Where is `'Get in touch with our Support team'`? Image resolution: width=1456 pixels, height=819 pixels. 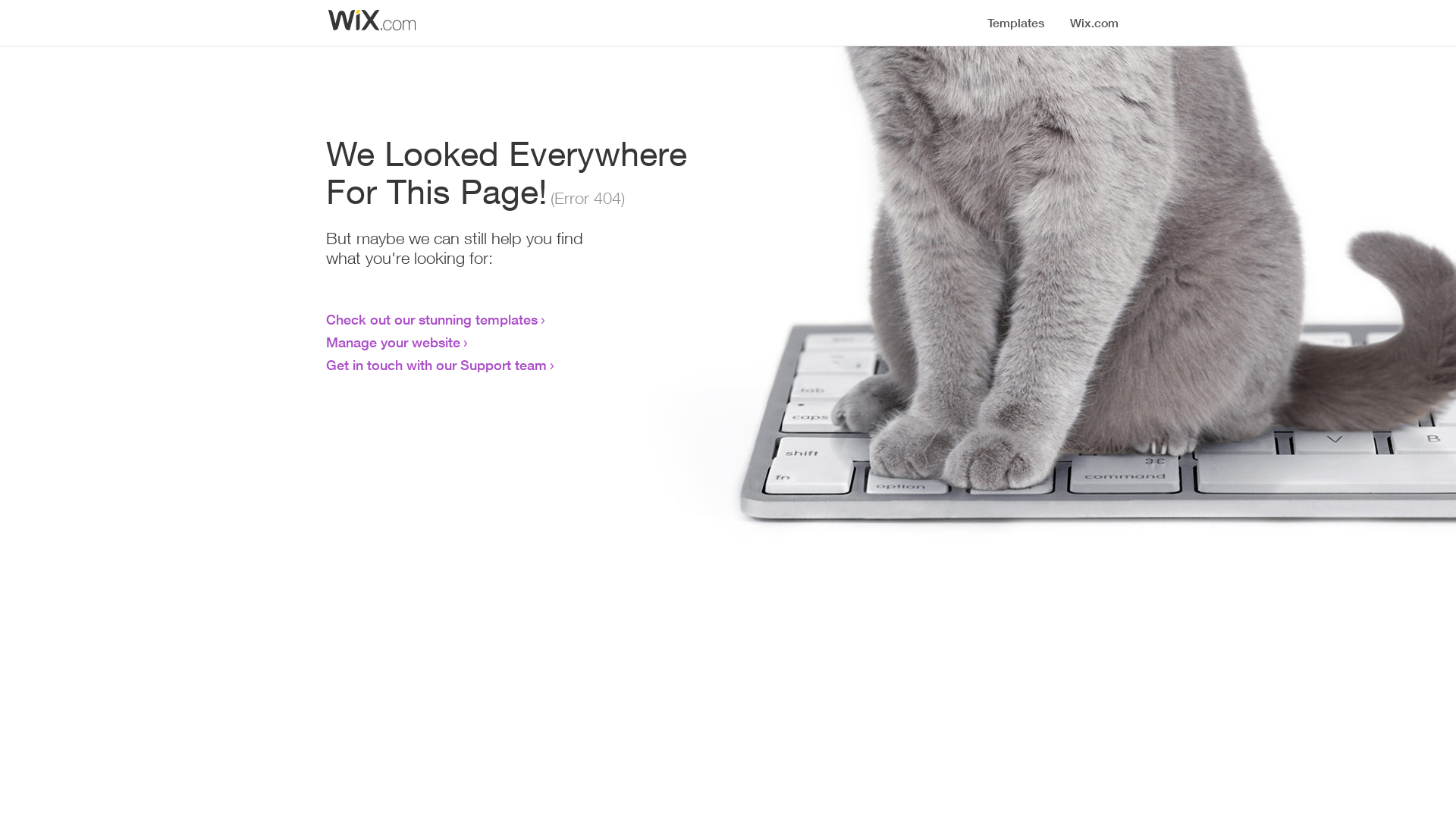
'Get in touch with our Support team' is located at coordinates (325, 365).